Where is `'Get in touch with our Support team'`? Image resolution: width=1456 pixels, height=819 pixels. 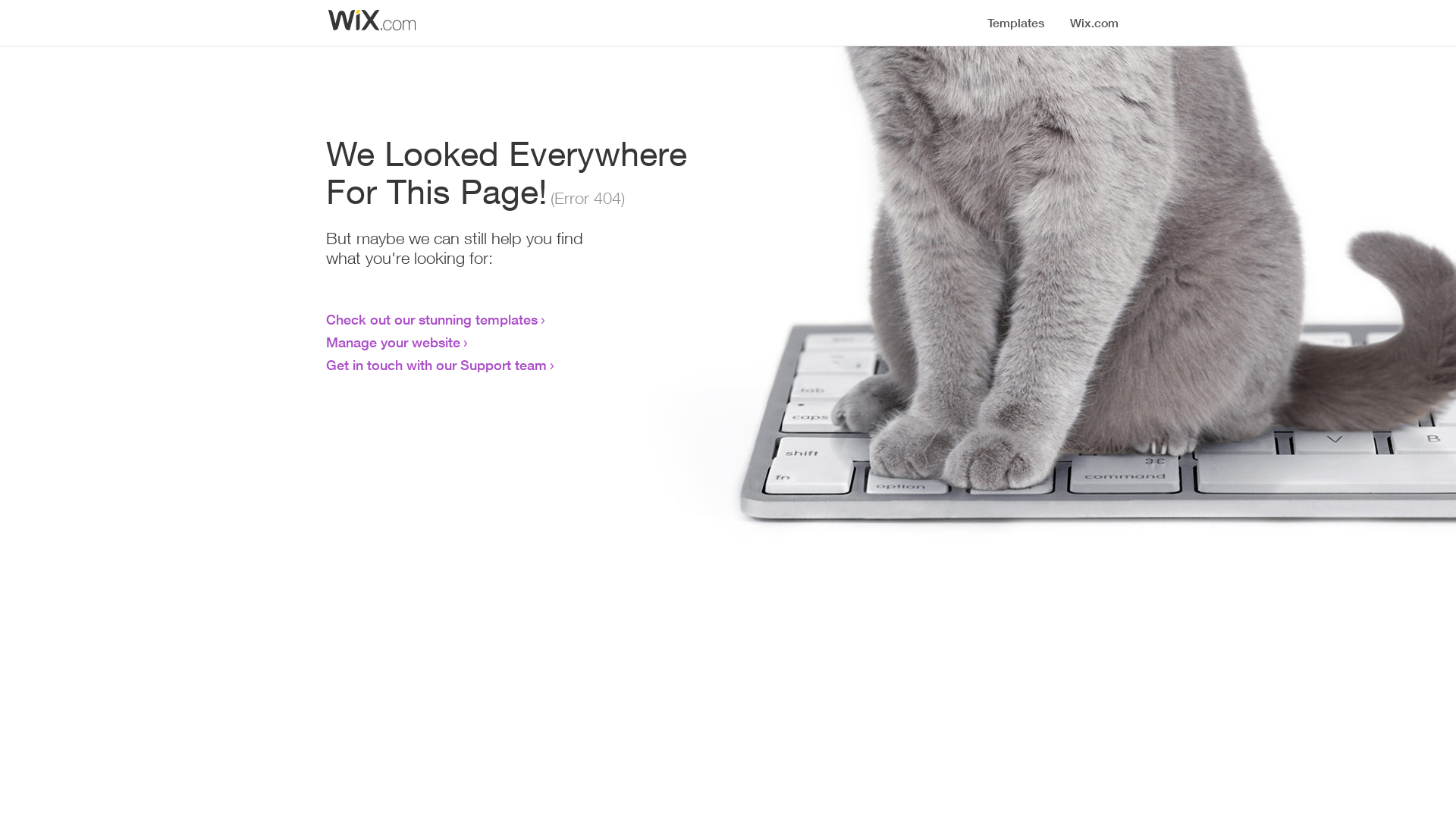
'Get in touch with our Support team' is located at coordinates (325, 365).